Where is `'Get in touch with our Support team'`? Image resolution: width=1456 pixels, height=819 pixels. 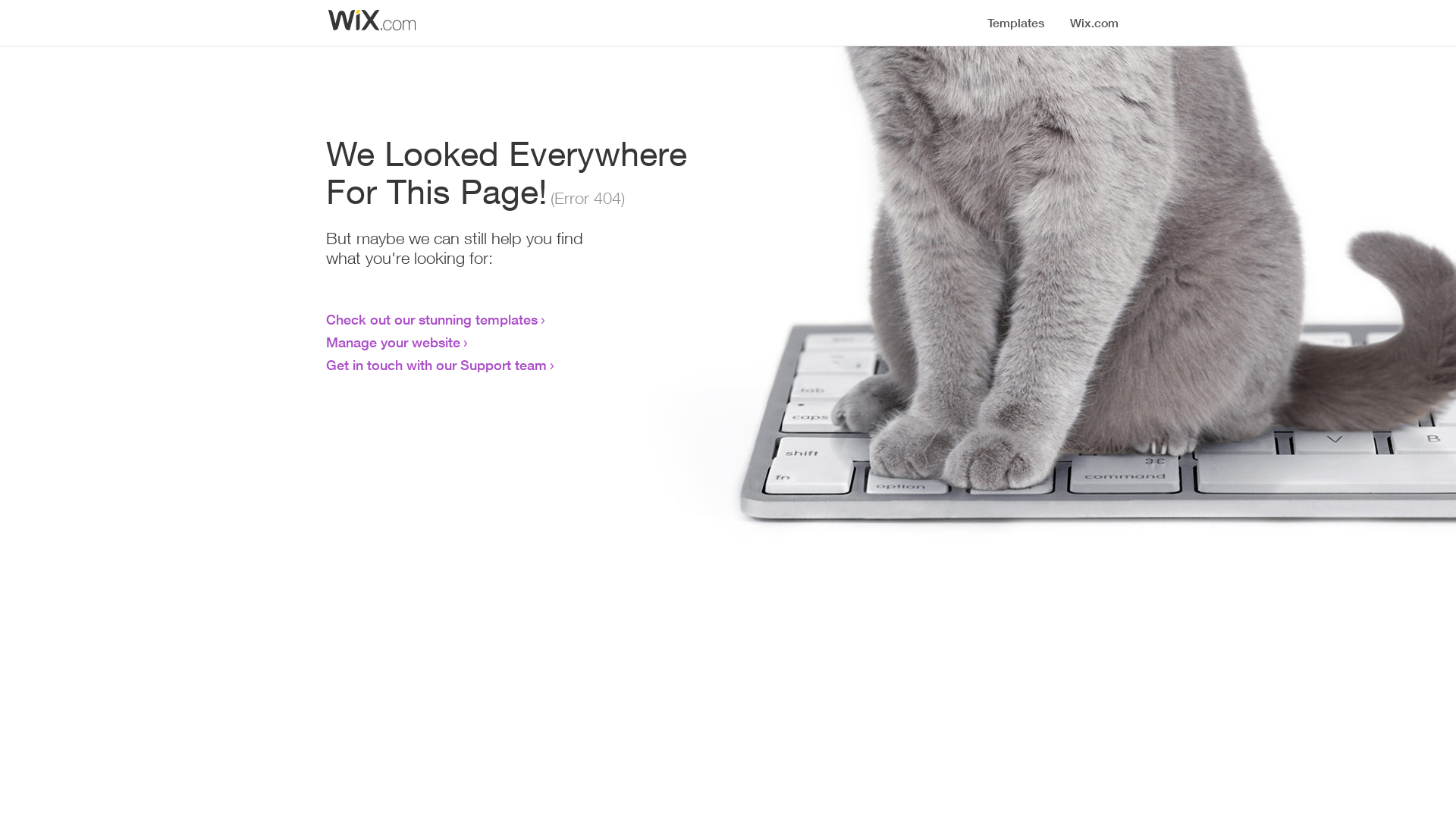
'Get in touch with our Support team' is located at coordinates (325, 365).